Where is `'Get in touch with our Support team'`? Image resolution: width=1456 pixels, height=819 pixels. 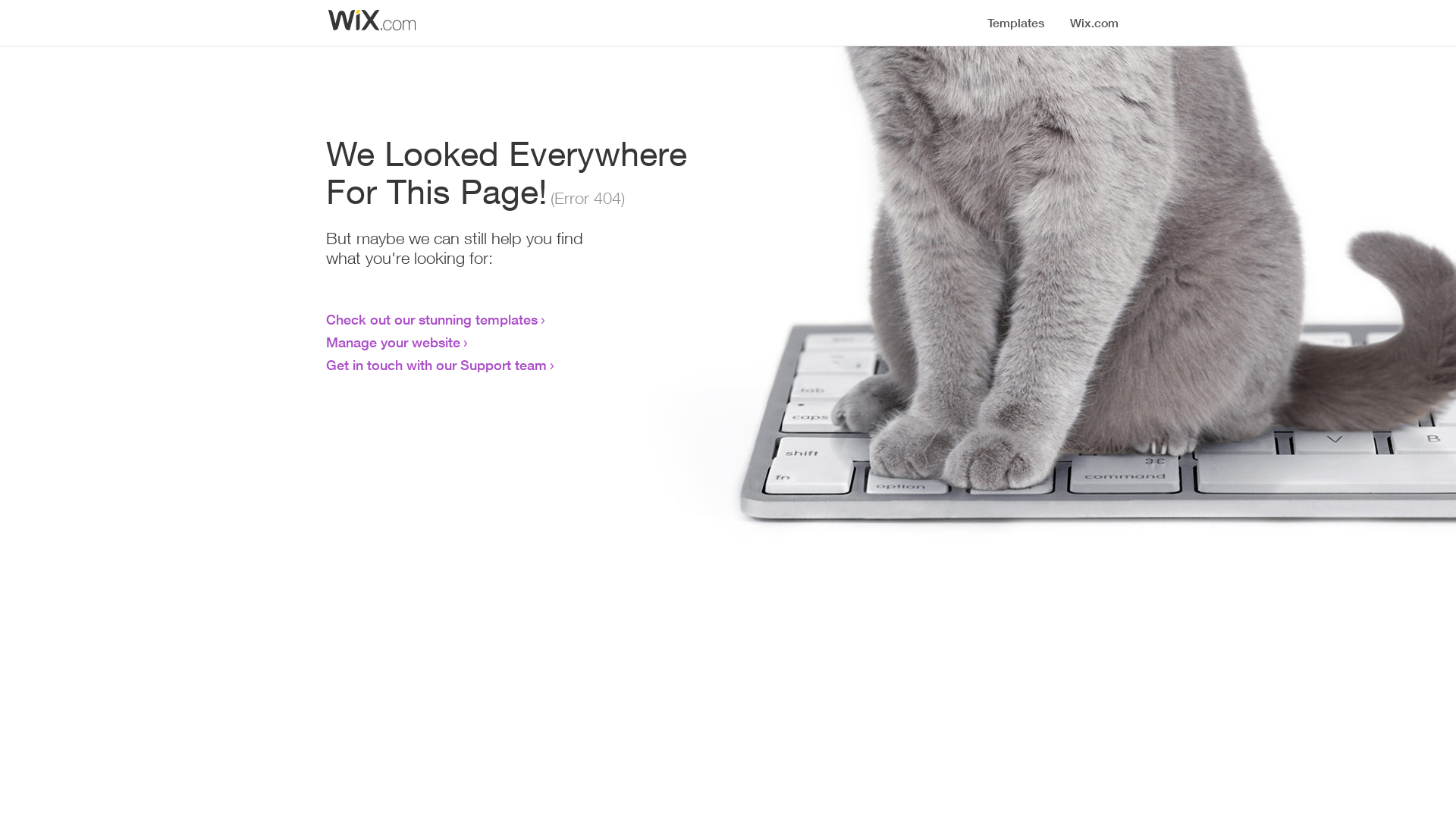
'Get in touch with our Support team' is located at coordinates (325, 365).